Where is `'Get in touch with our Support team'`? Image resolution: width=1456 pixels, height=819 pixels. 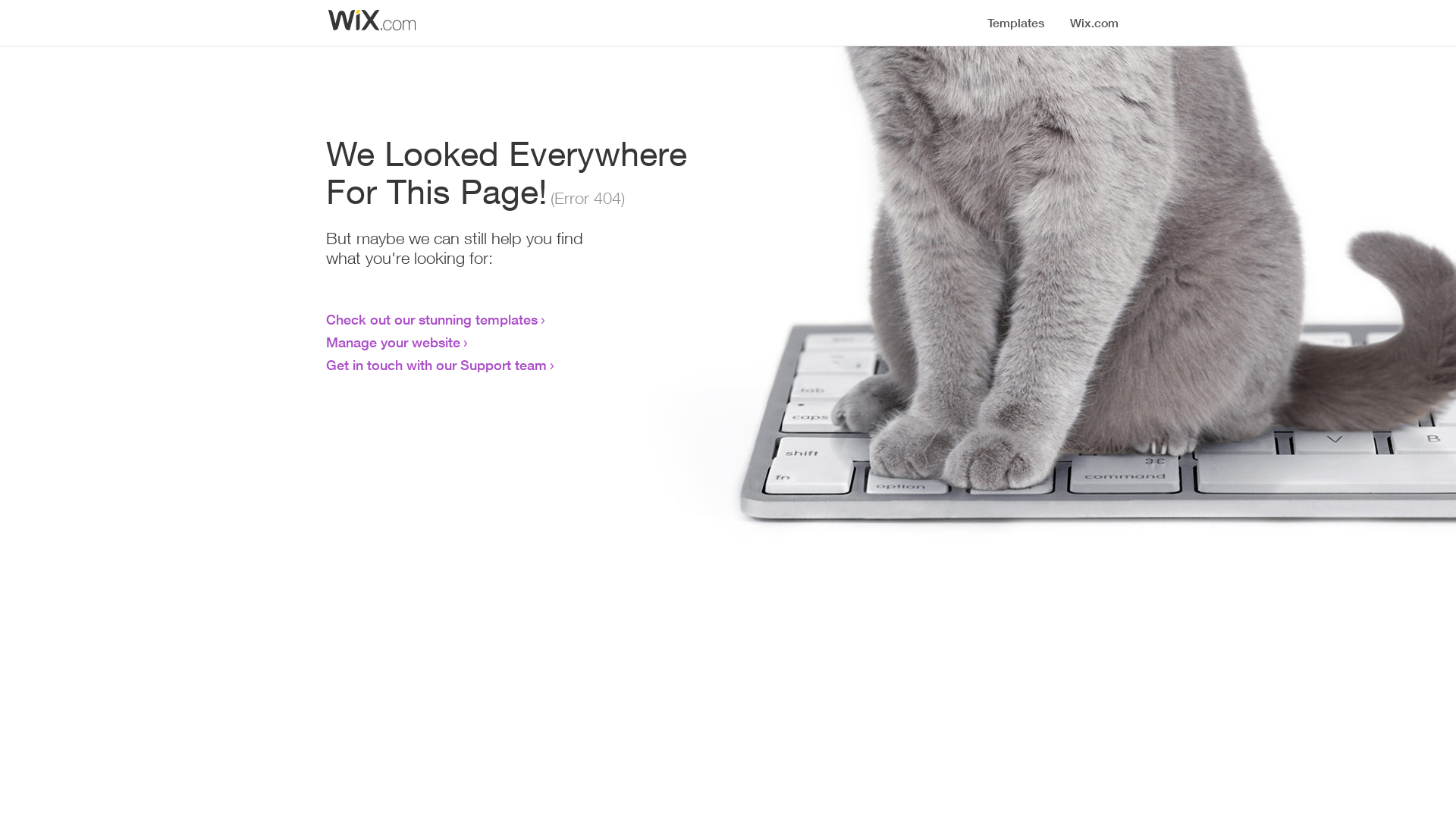
'Get in touch with our Support team' is located at coordinates (325, 365).